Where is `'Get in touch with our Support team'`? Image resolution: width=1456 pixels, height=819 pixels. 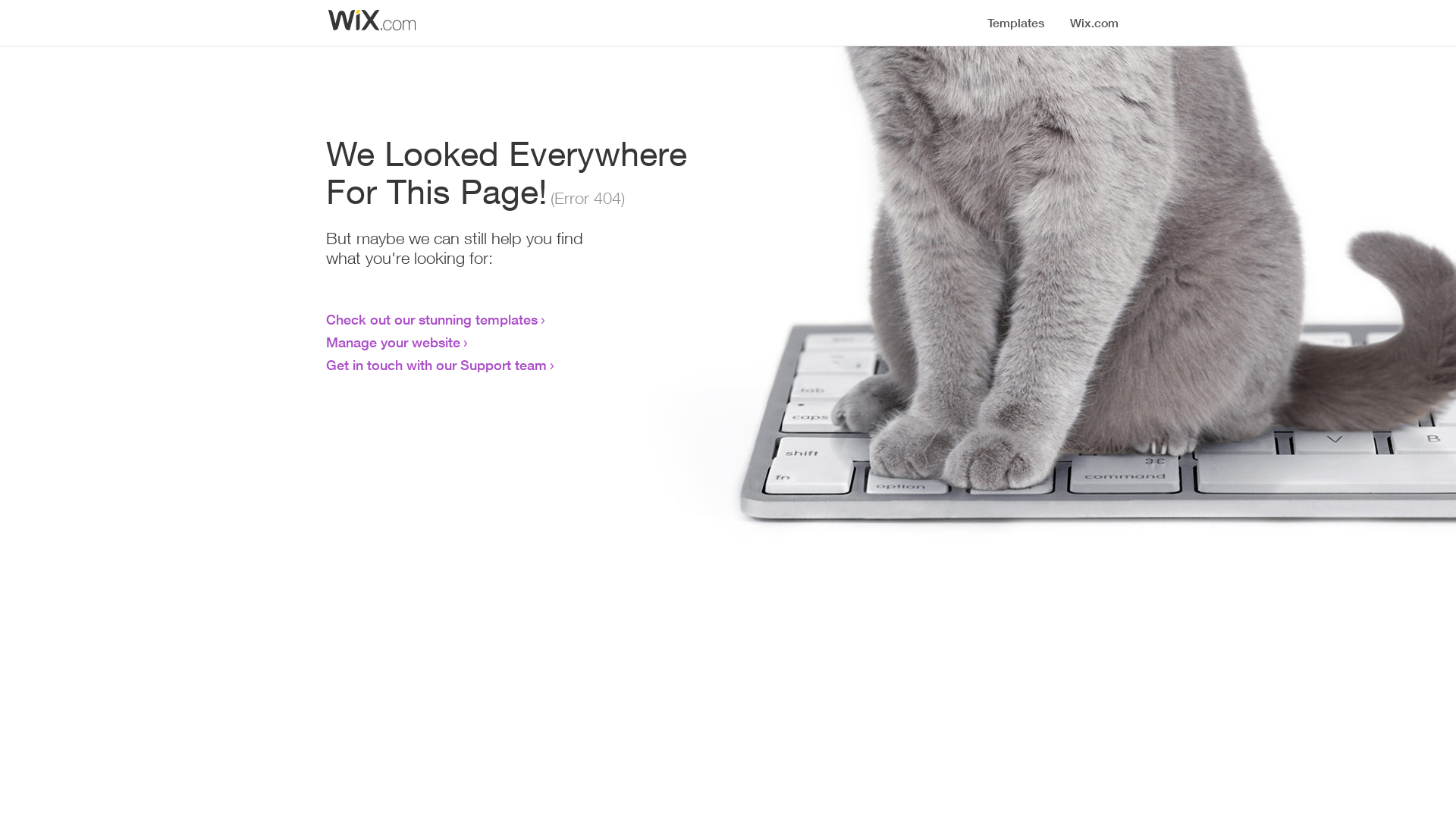
'Get in touch with our Support team' is located at coordinates (325, 365).